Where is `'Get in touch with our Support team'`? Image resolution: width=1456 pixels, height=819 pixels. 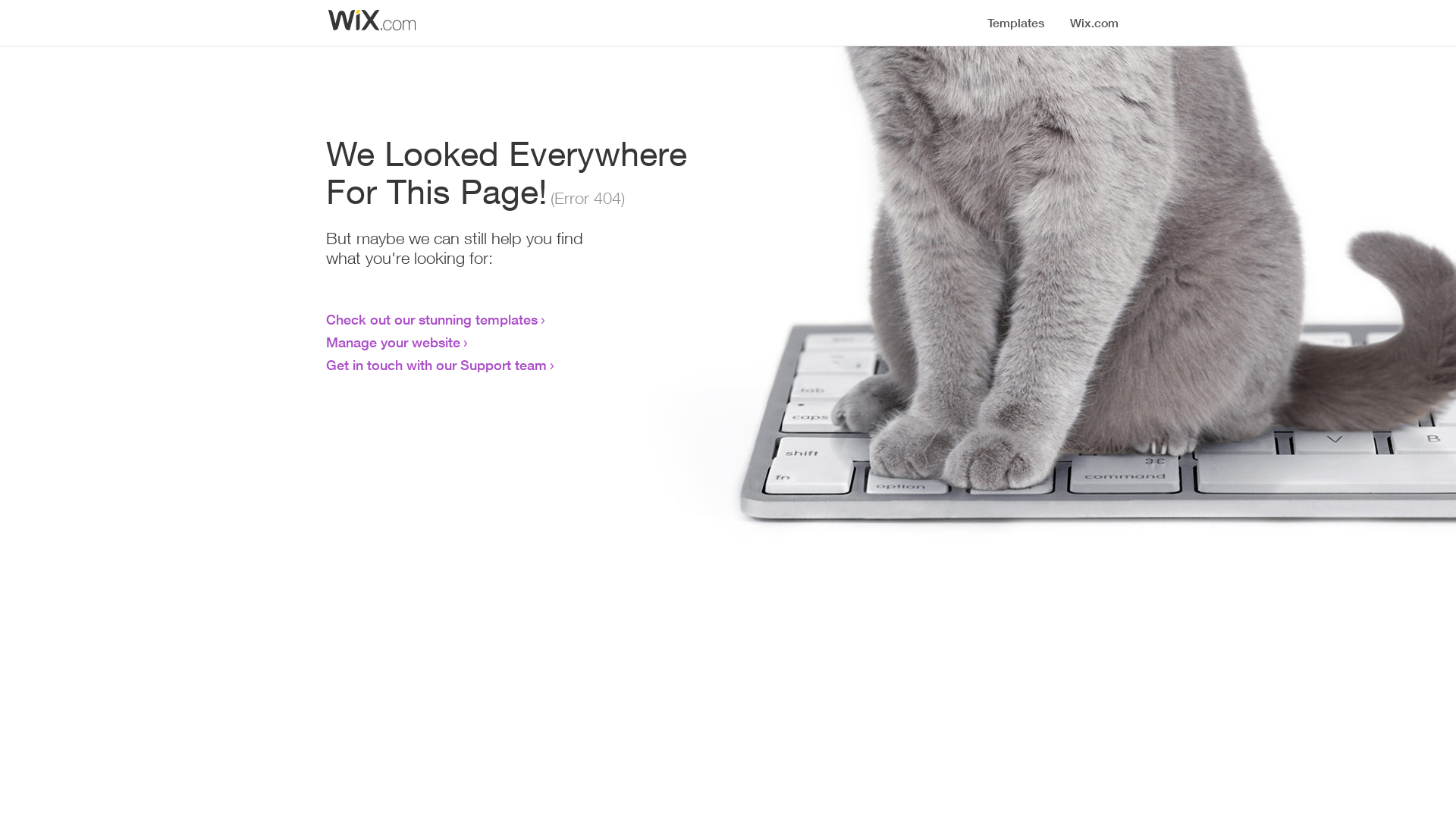
'Get in touch with our Support team' is located at coordinates (325, 365).